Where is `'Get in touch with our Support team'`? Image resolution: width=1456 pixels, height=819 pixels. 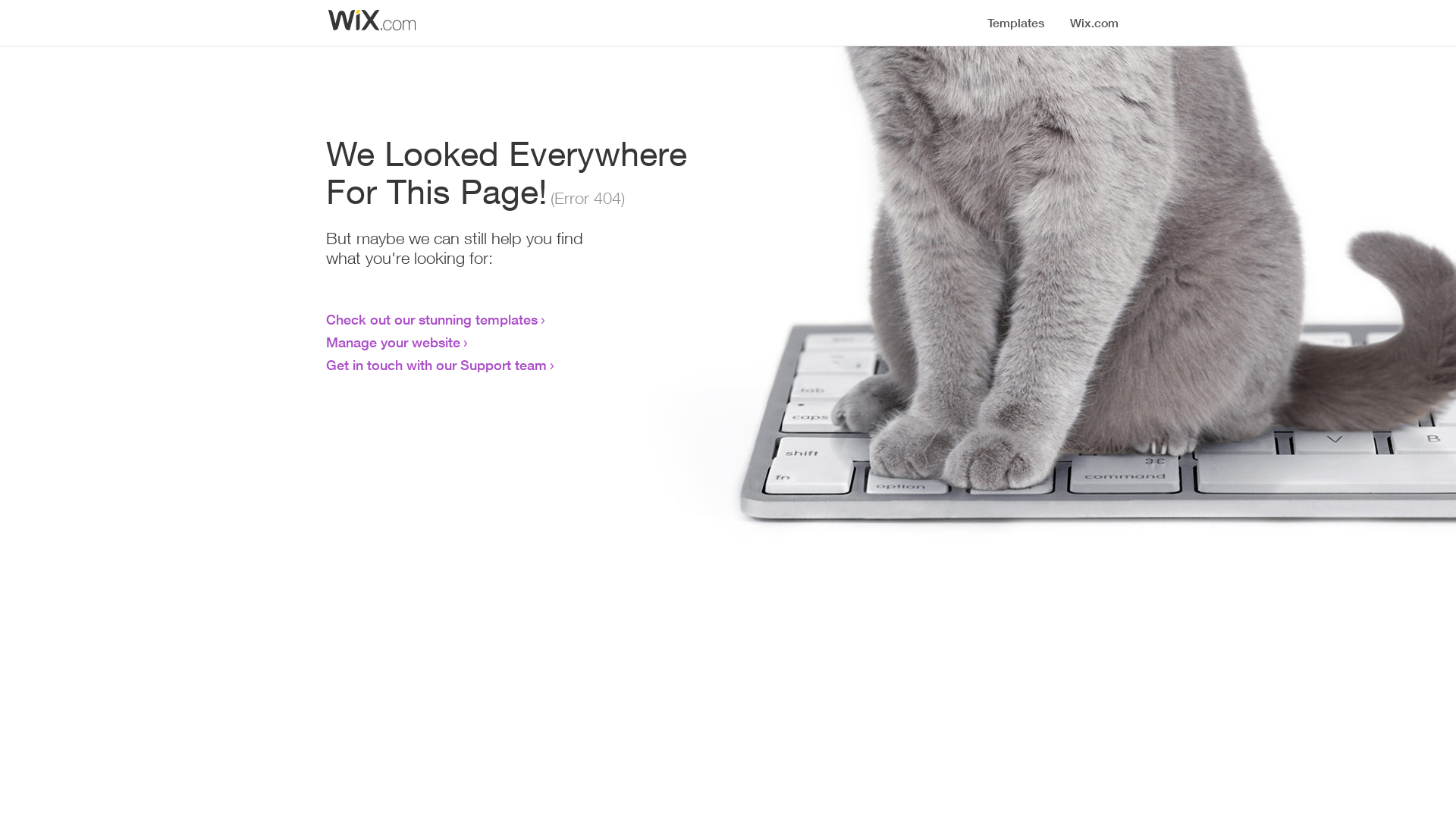
'Get in touch with our Support team' is located at coordinates (325, 365).